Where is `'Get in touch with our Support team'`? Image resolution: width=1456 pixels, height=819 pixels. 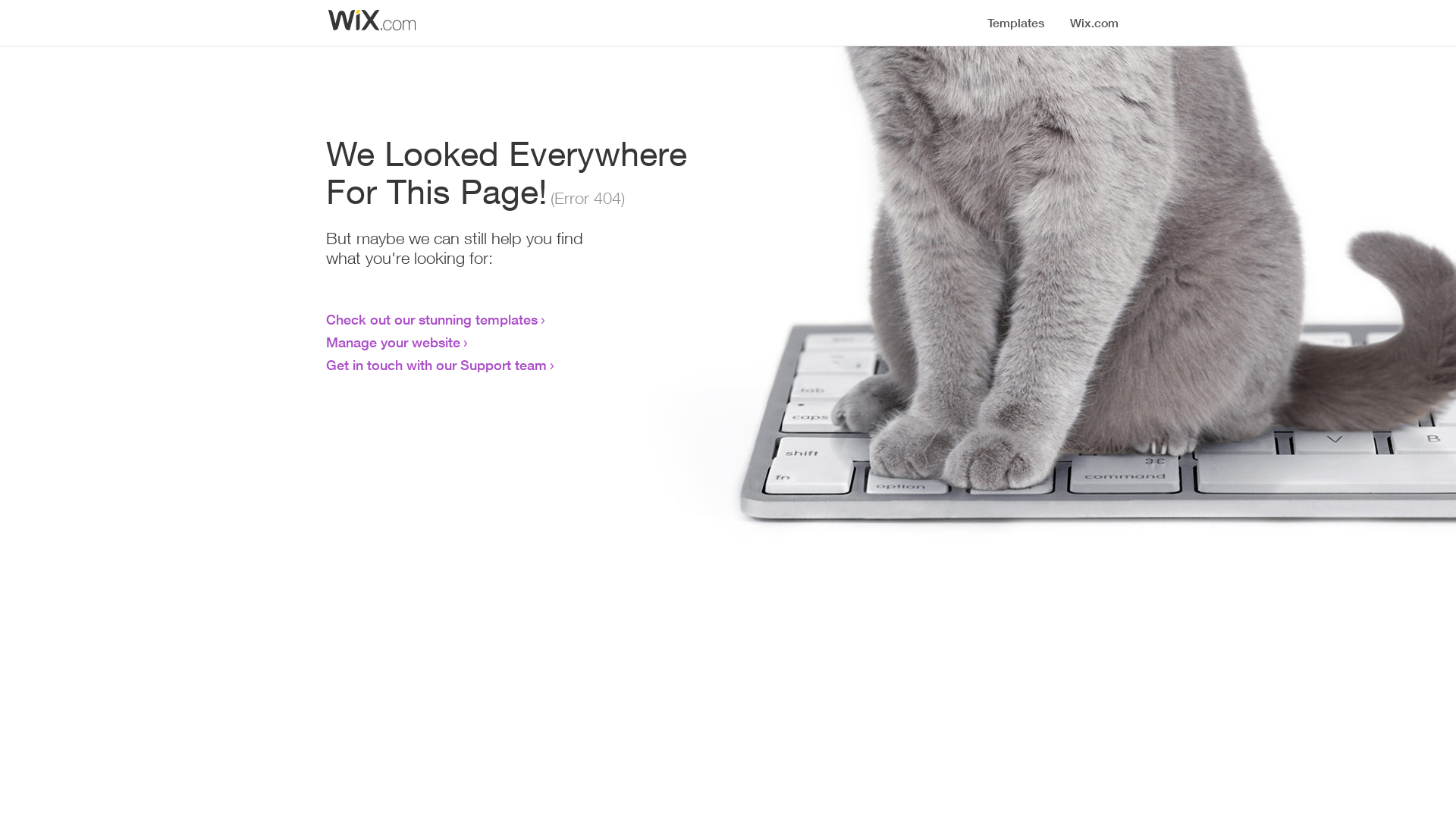
'Get in touch with our Support team' is located at coordinates (325, 365).